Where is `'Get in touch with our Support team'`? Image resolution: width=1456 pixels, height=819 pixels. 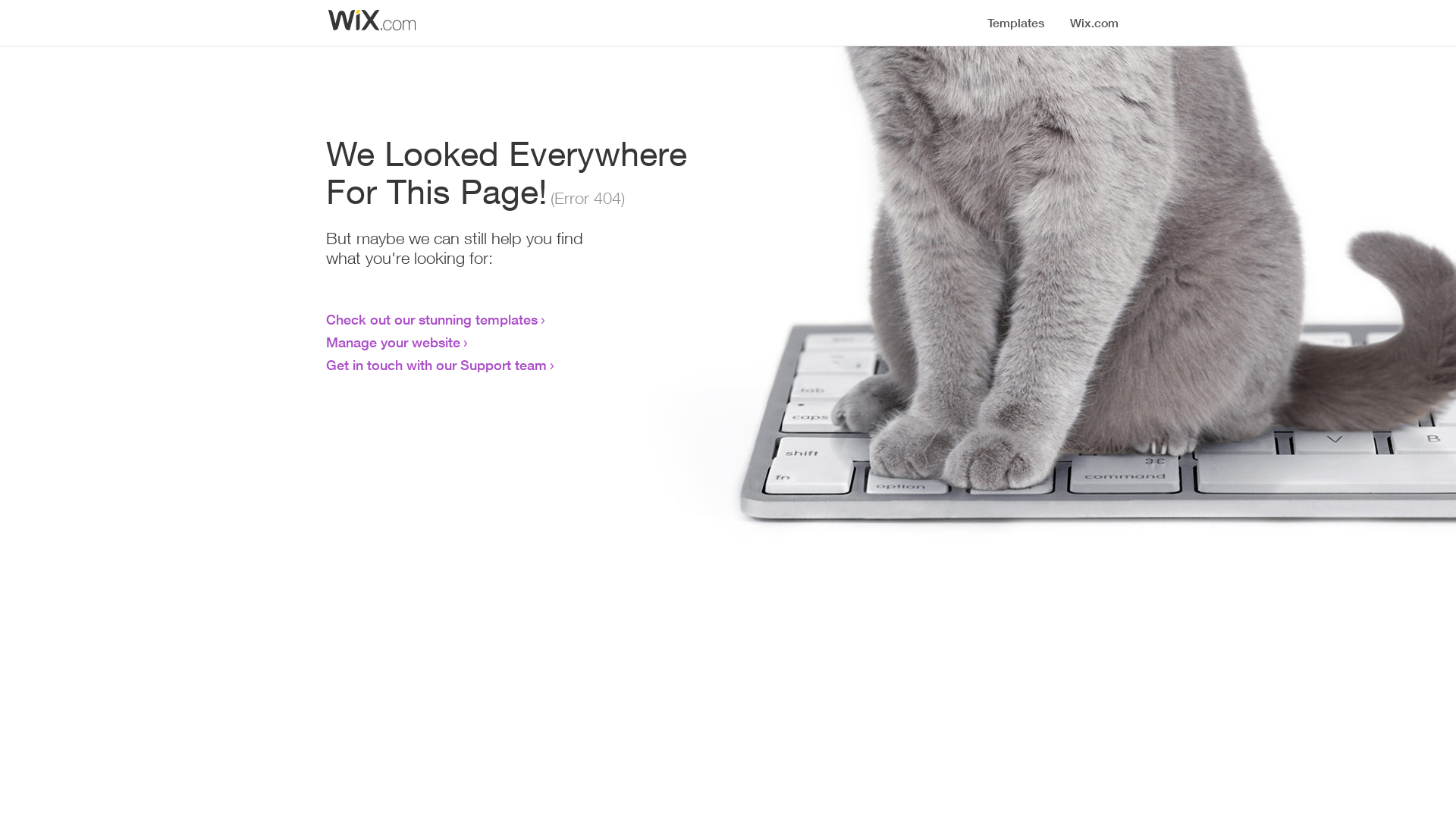
'Get in touch with our Support team' is located at coordinates (325, 365).